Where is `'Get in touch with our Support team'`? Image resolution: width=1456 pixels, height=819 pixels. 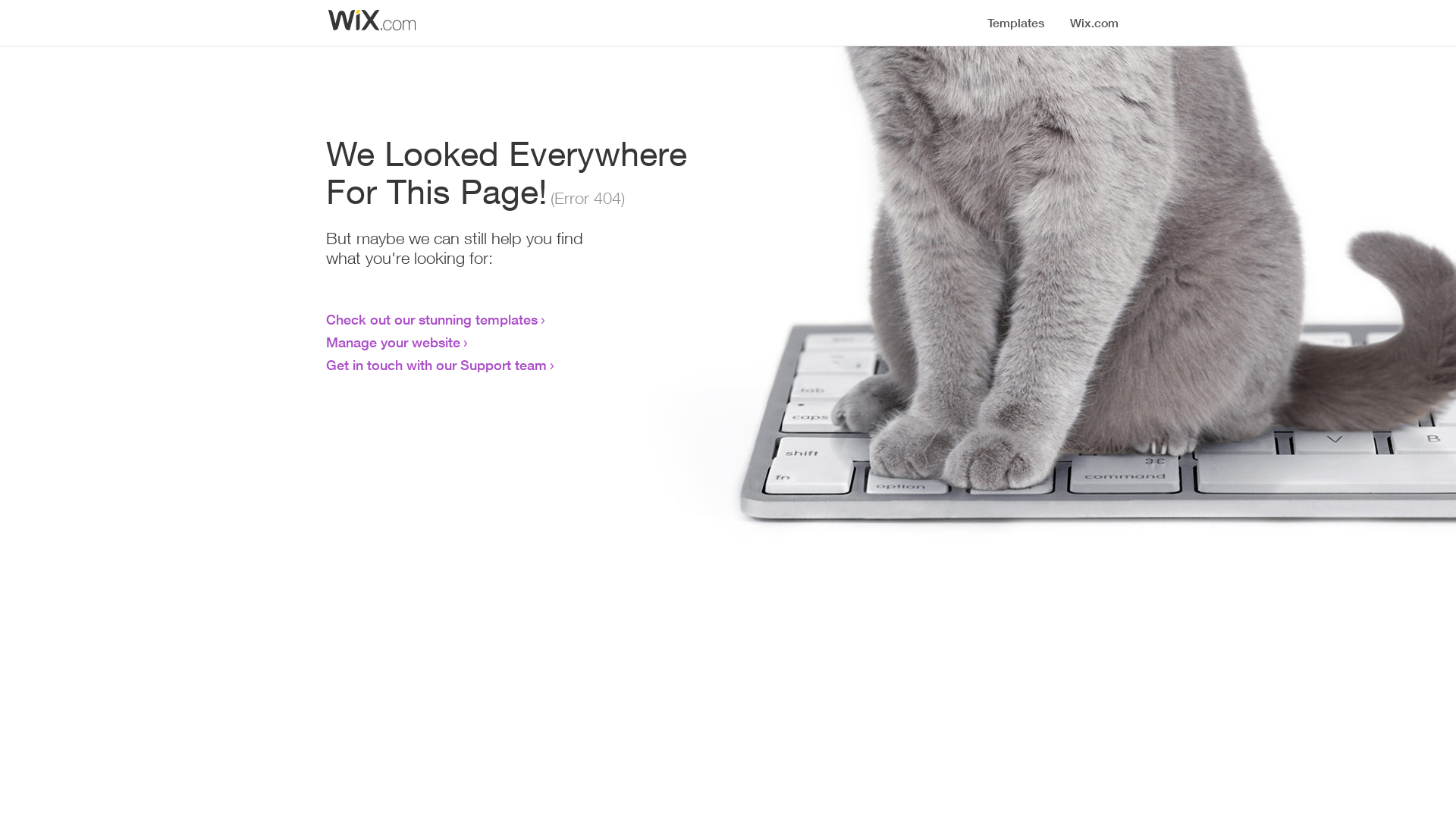
'Get in touch with our Support team' is located at coordinates (325, 365).